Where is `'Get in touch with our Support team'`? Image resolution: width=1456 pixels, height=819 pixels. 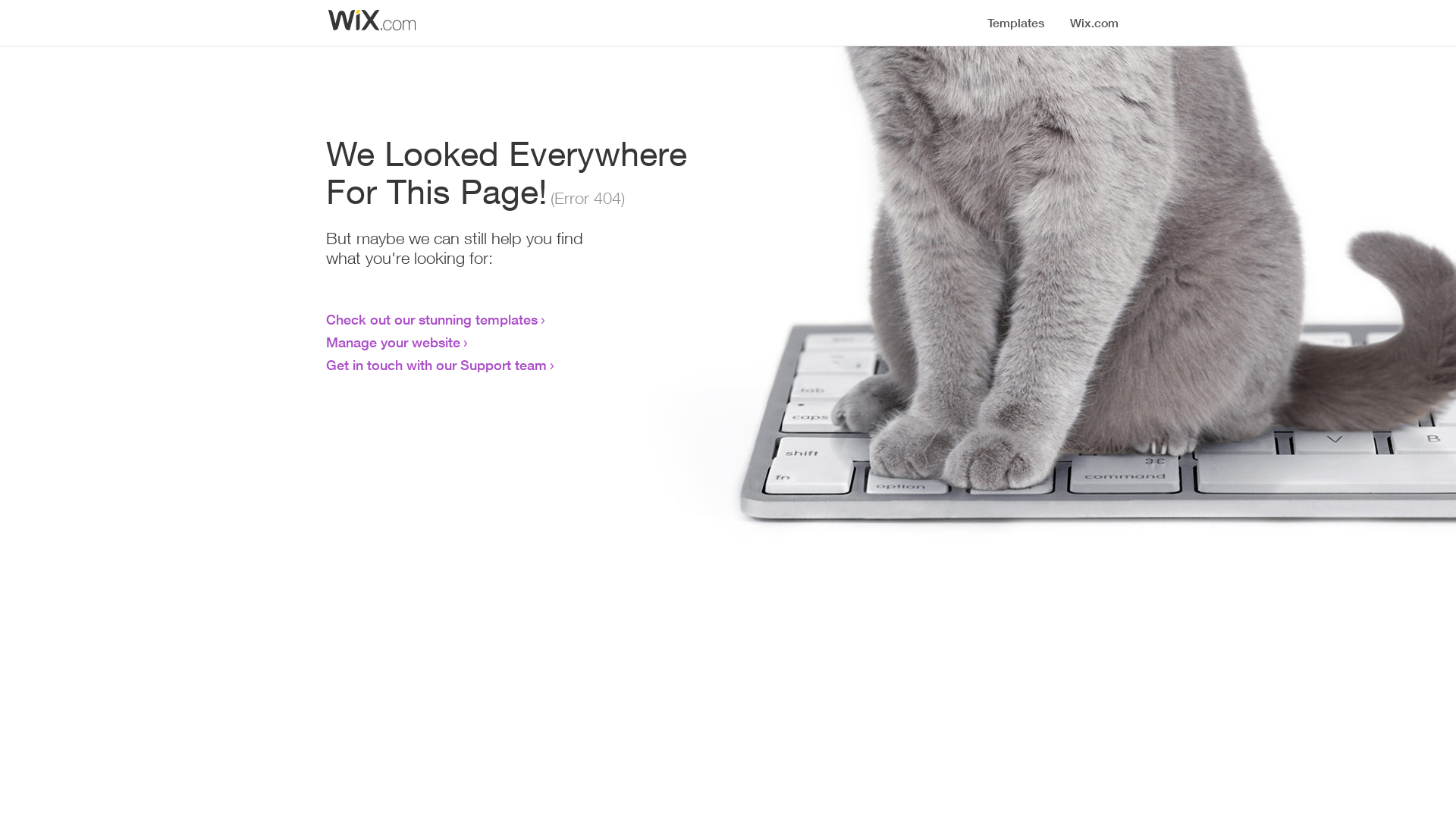
'Get in touch with our Support team' is located at coordinates (325, 365).